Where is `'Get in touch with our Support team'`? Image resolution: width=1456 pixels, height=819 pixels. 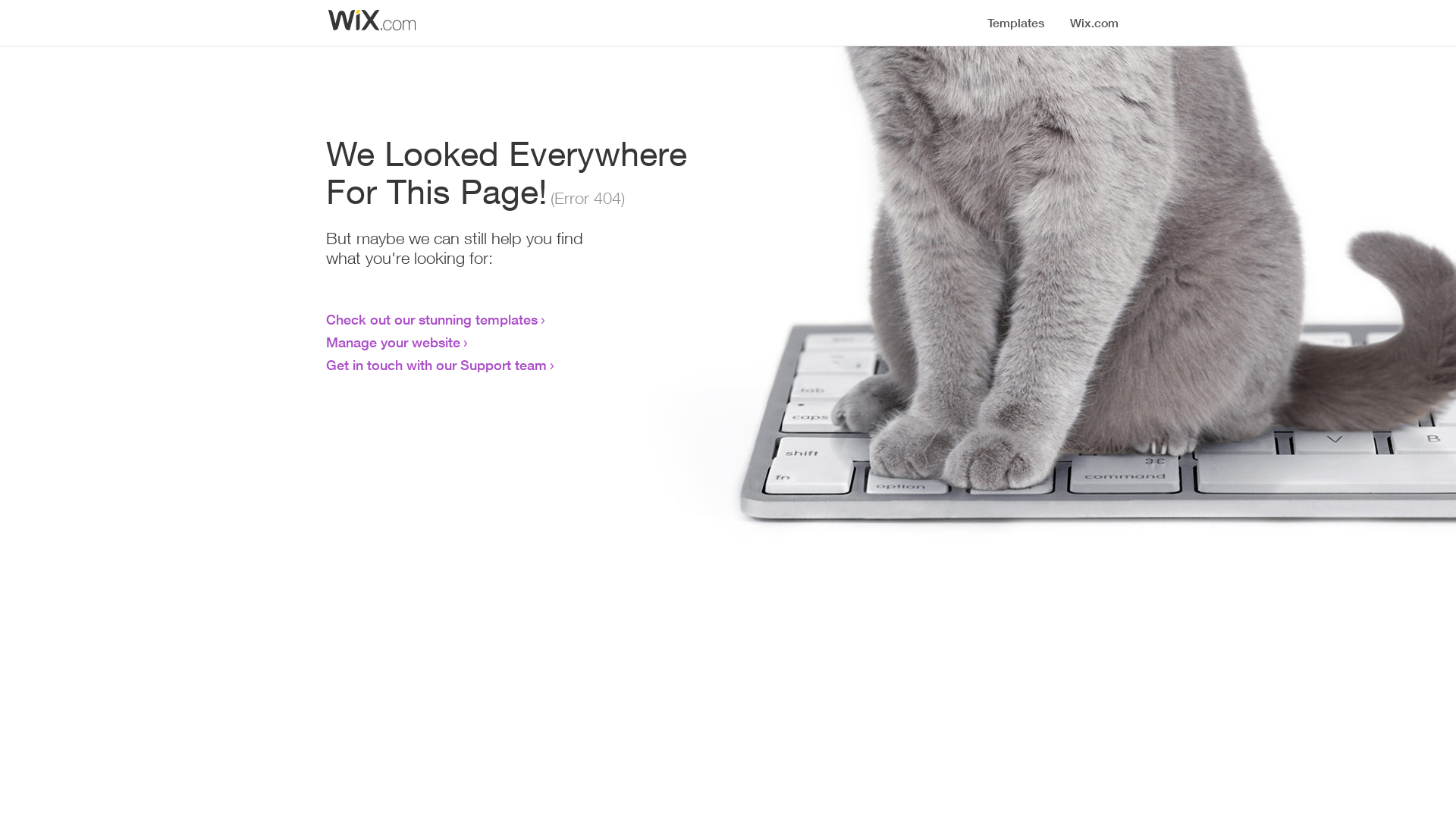
'Get in touch with our Support team' is located at coordinates (325, 365).